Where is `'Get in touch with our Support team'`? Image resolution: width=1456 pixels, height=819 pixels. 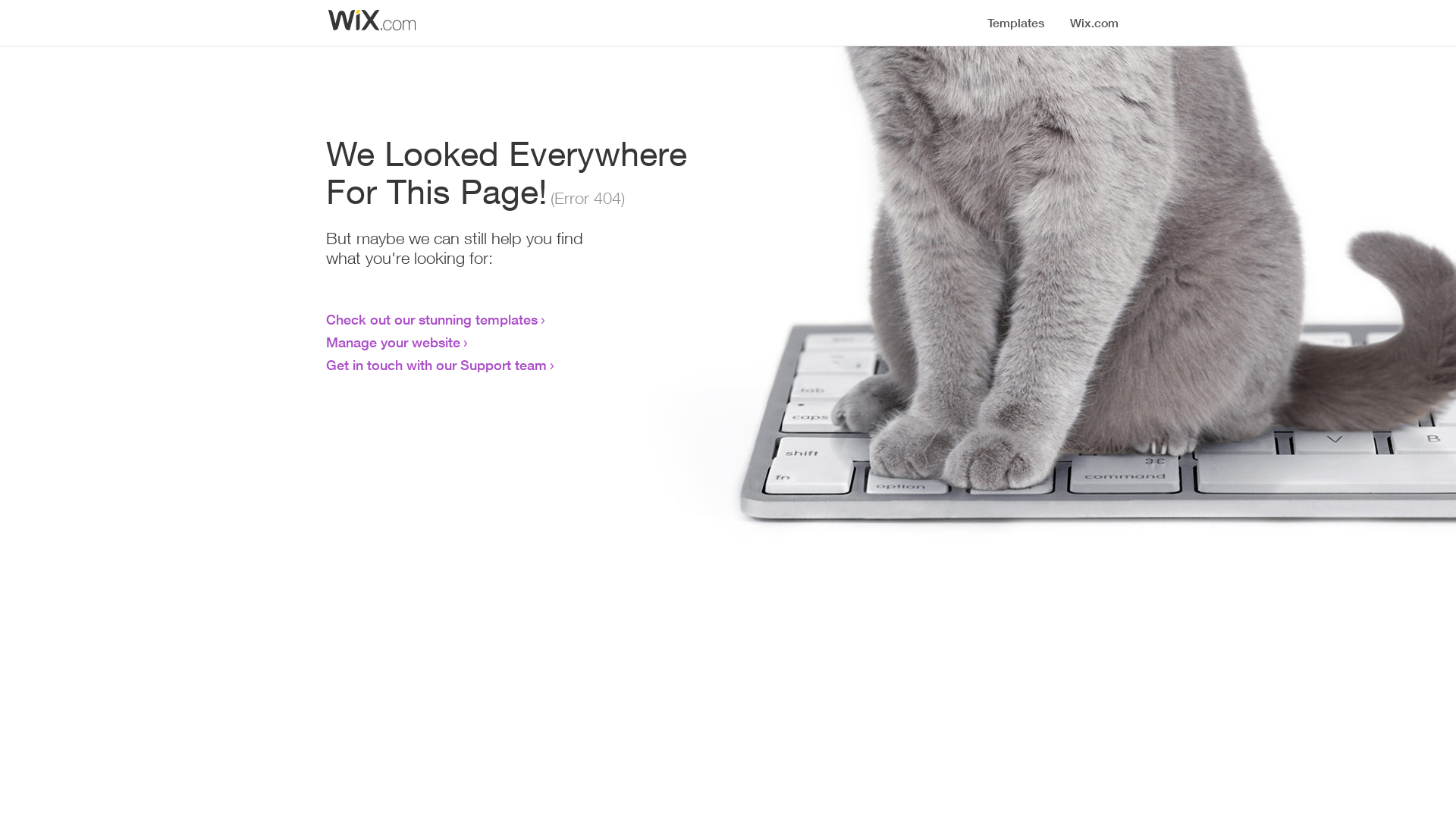
'Get in touch with our Support team' is located at coordinates (325, 365).